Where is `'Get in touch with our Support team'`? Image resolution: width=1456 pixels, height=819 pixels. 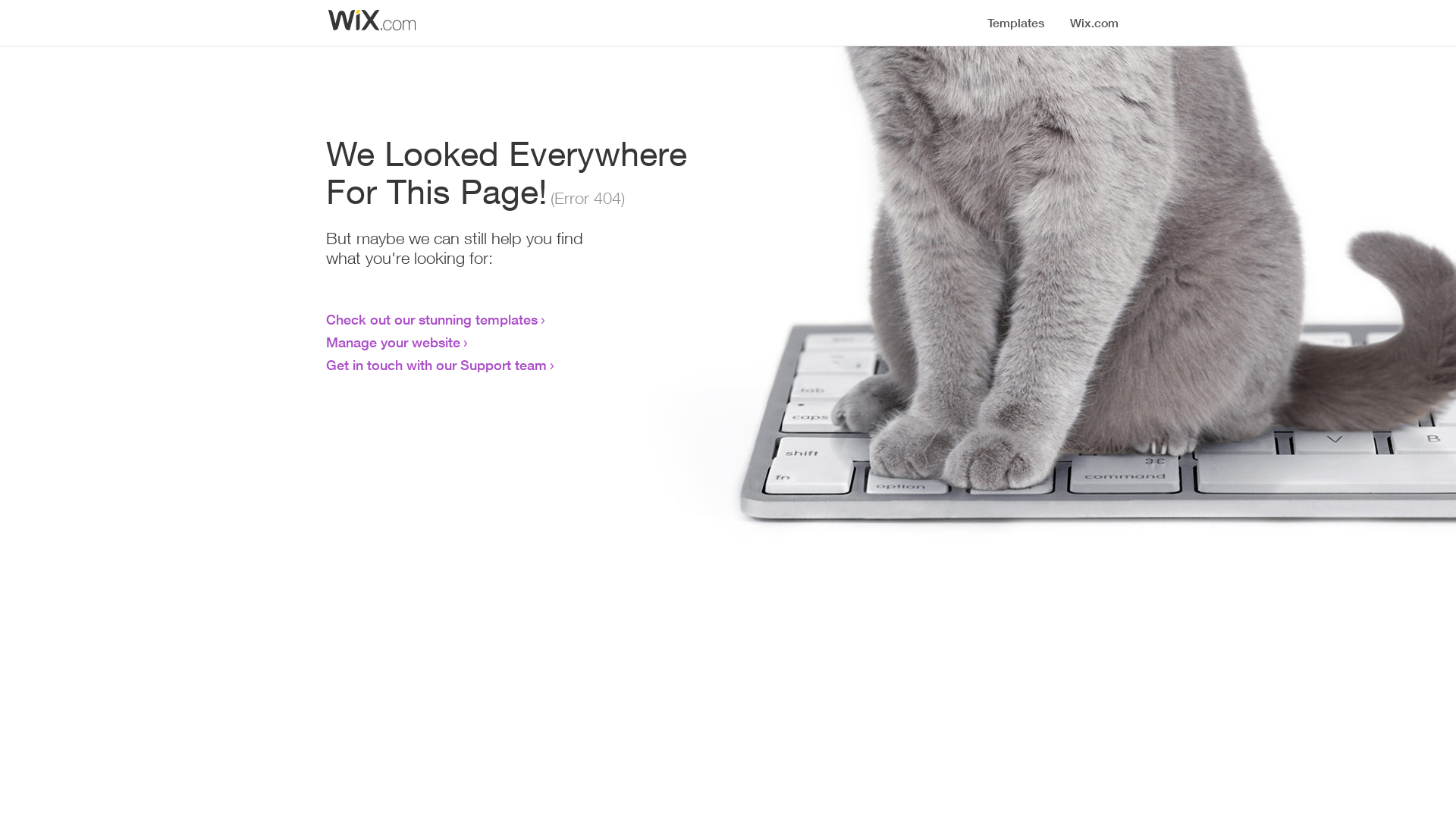
'Get in touch with our Support team' is located at coordinates (325, 365).